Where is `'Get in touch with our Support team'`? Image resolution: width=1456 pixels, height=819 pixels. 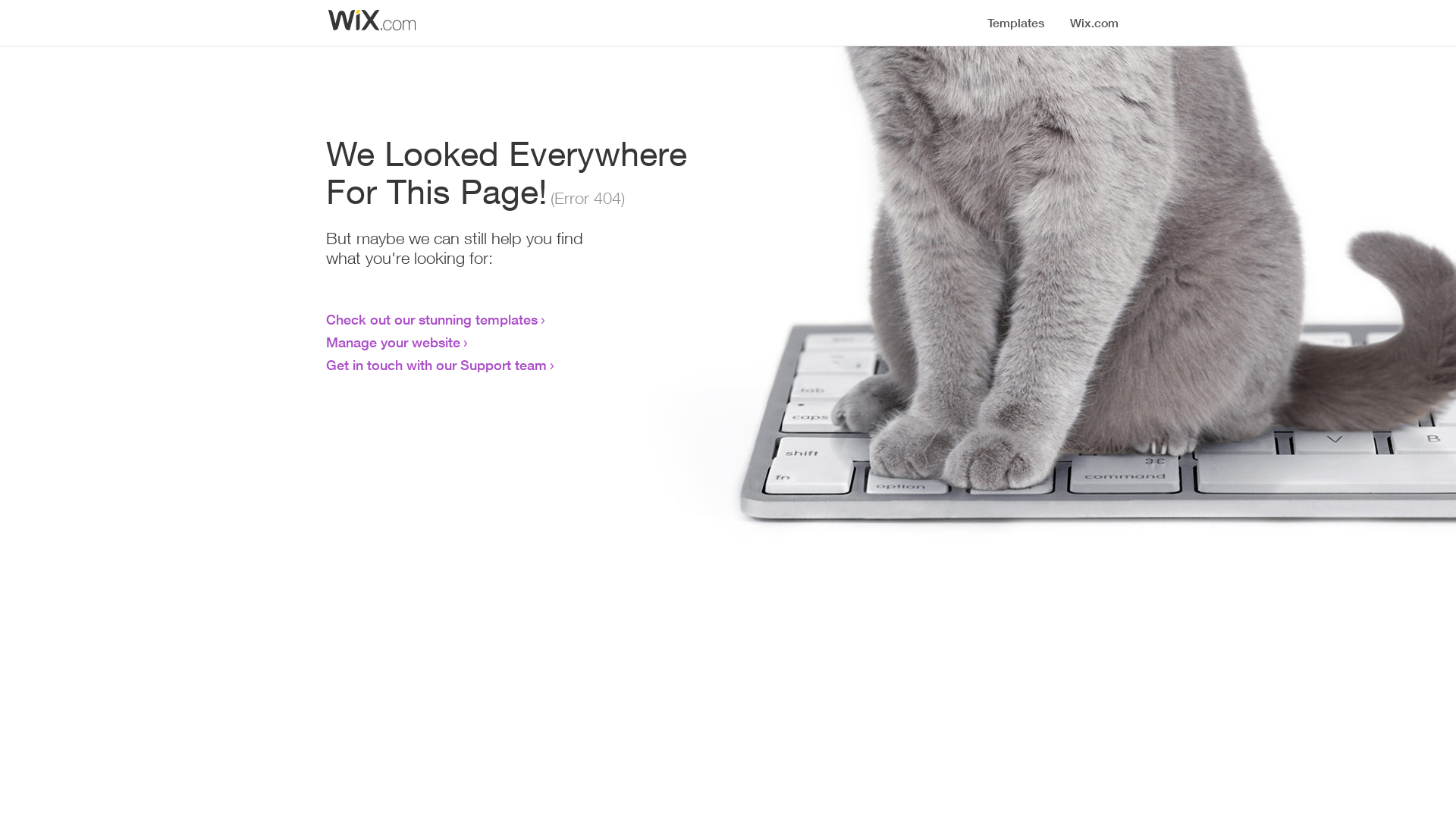
'Get in touch with our Support team' is located at coordinates (325, 365).